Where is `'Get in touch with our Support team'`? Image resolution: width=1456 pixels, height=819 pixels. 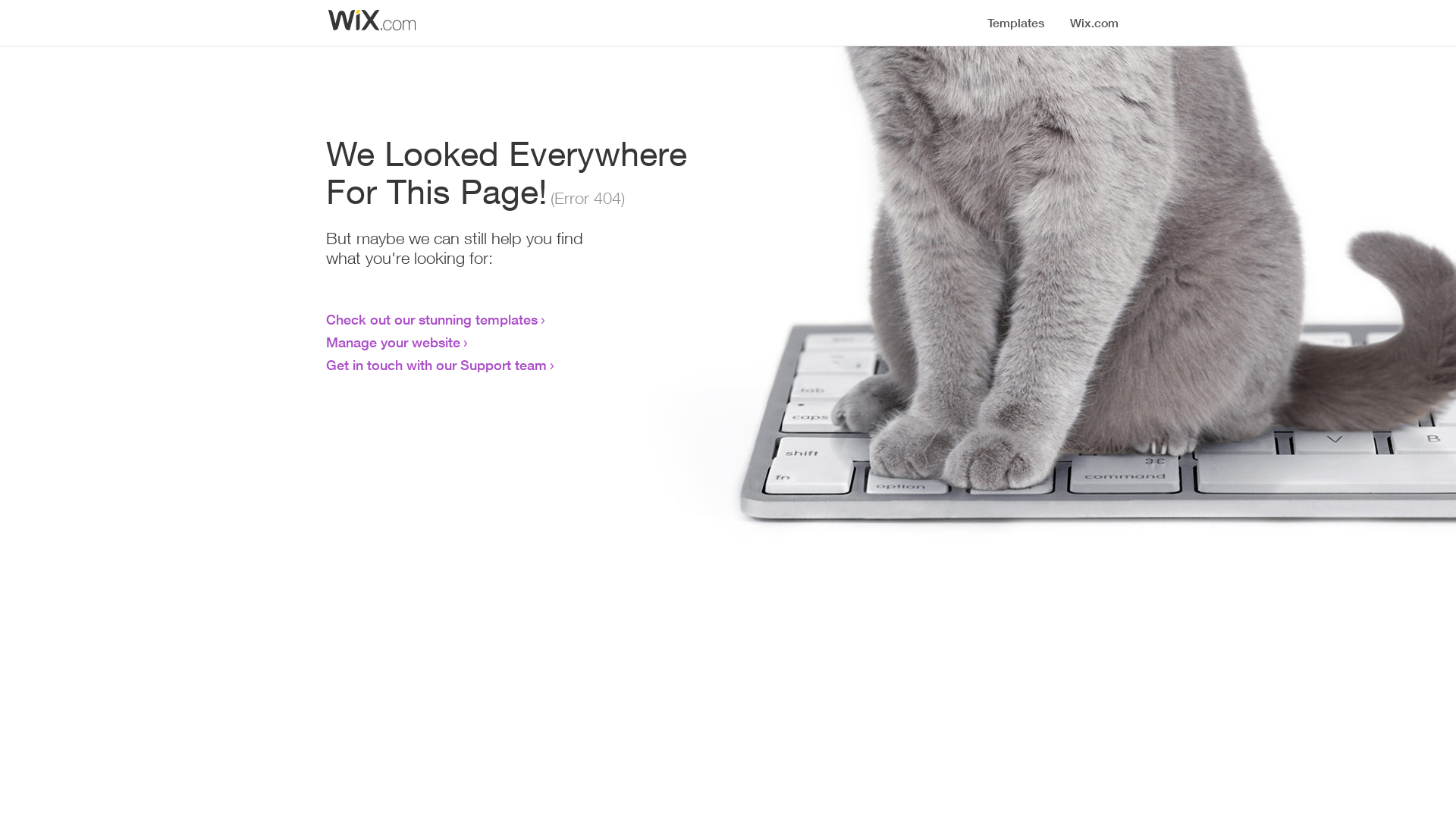
'Get in touch with our Support team' is located at coordinates (325, 365).